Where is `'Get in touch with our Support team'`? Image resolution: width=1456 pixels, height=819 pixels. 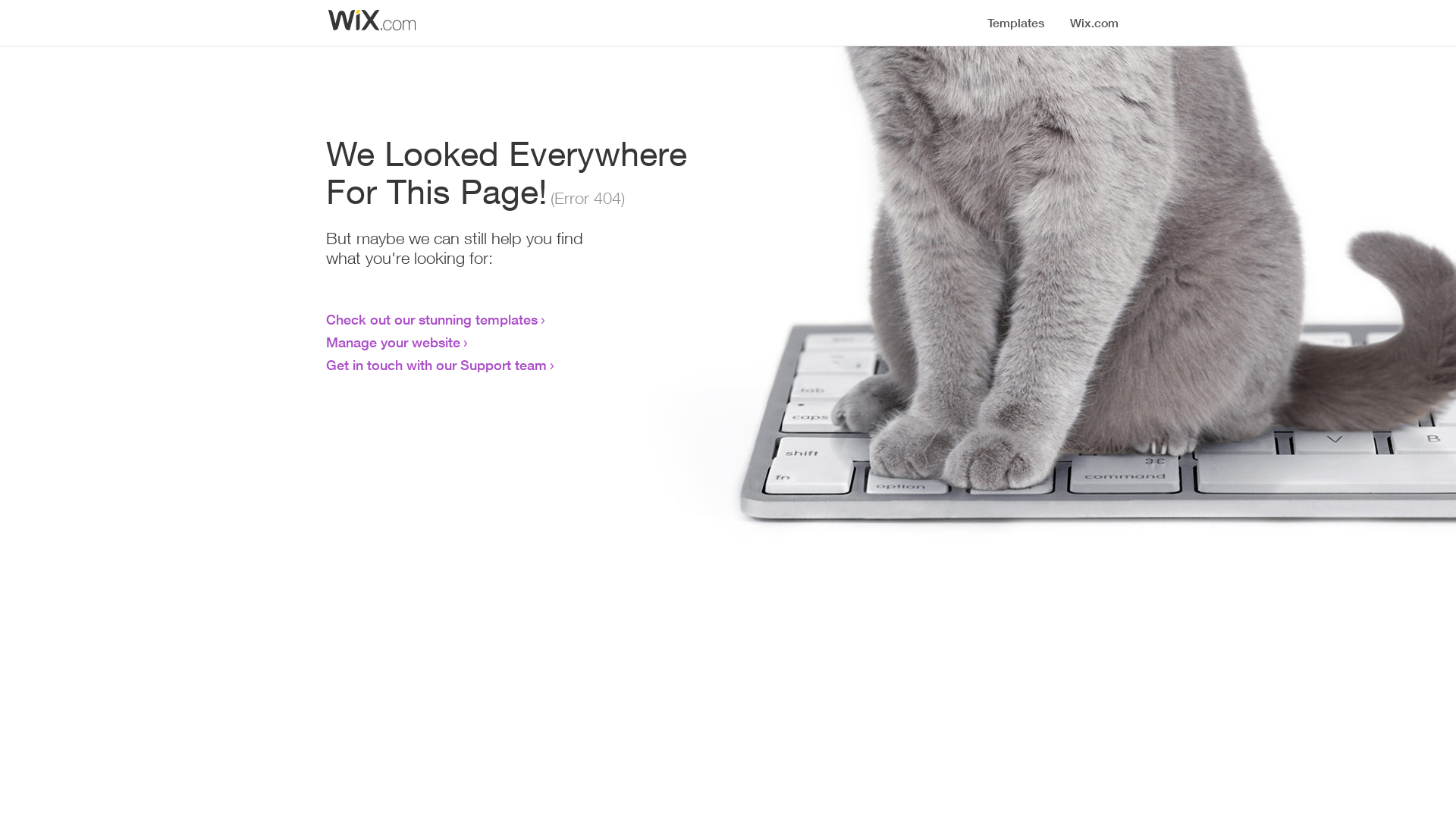
'Get in touch with our Support team' is located at coordinates (325, 365).